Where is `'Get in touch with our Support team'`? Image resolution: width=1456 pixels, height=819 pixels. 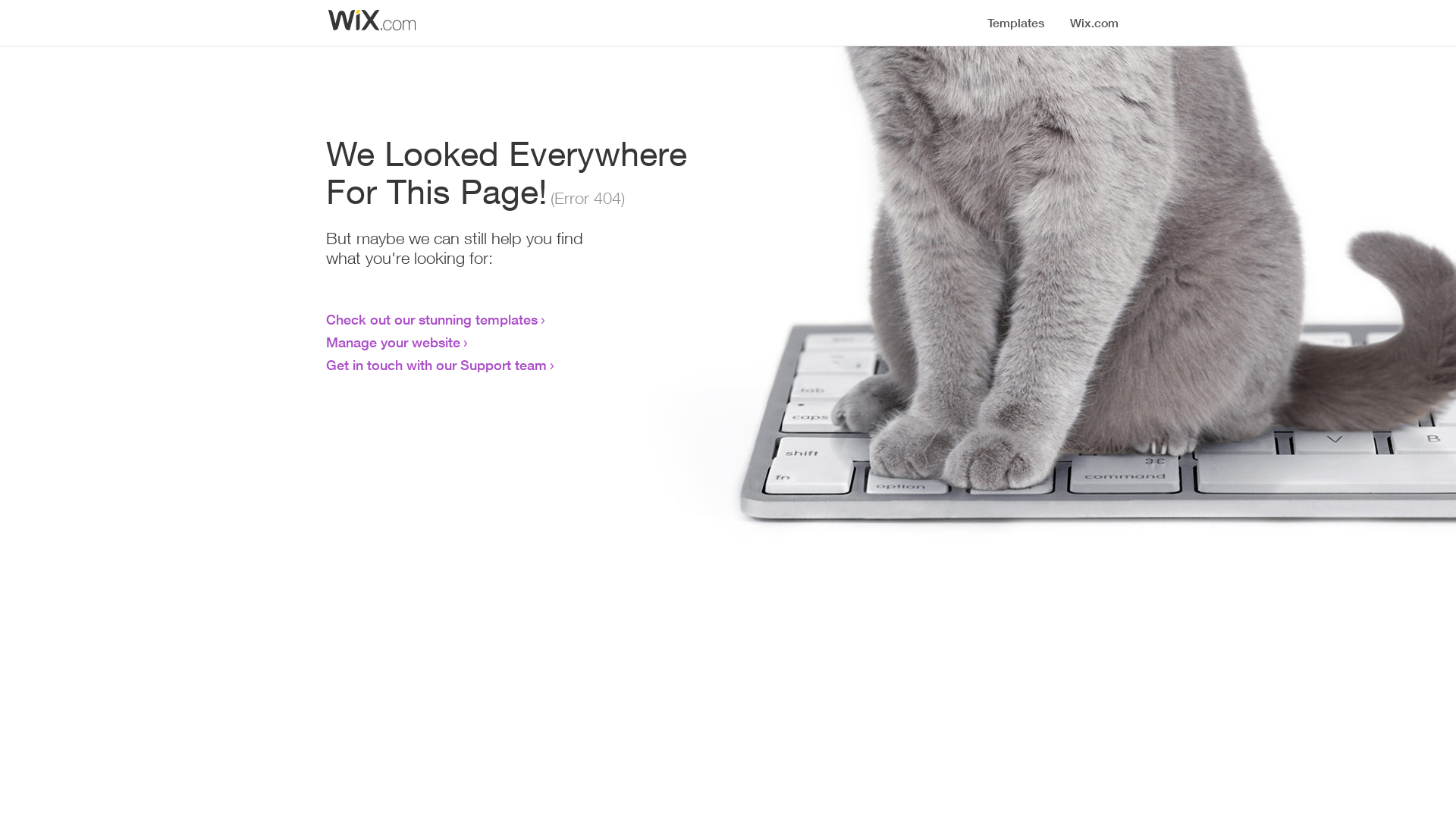
'Get in touch with our Support team' is located at coordinates (325, 365).